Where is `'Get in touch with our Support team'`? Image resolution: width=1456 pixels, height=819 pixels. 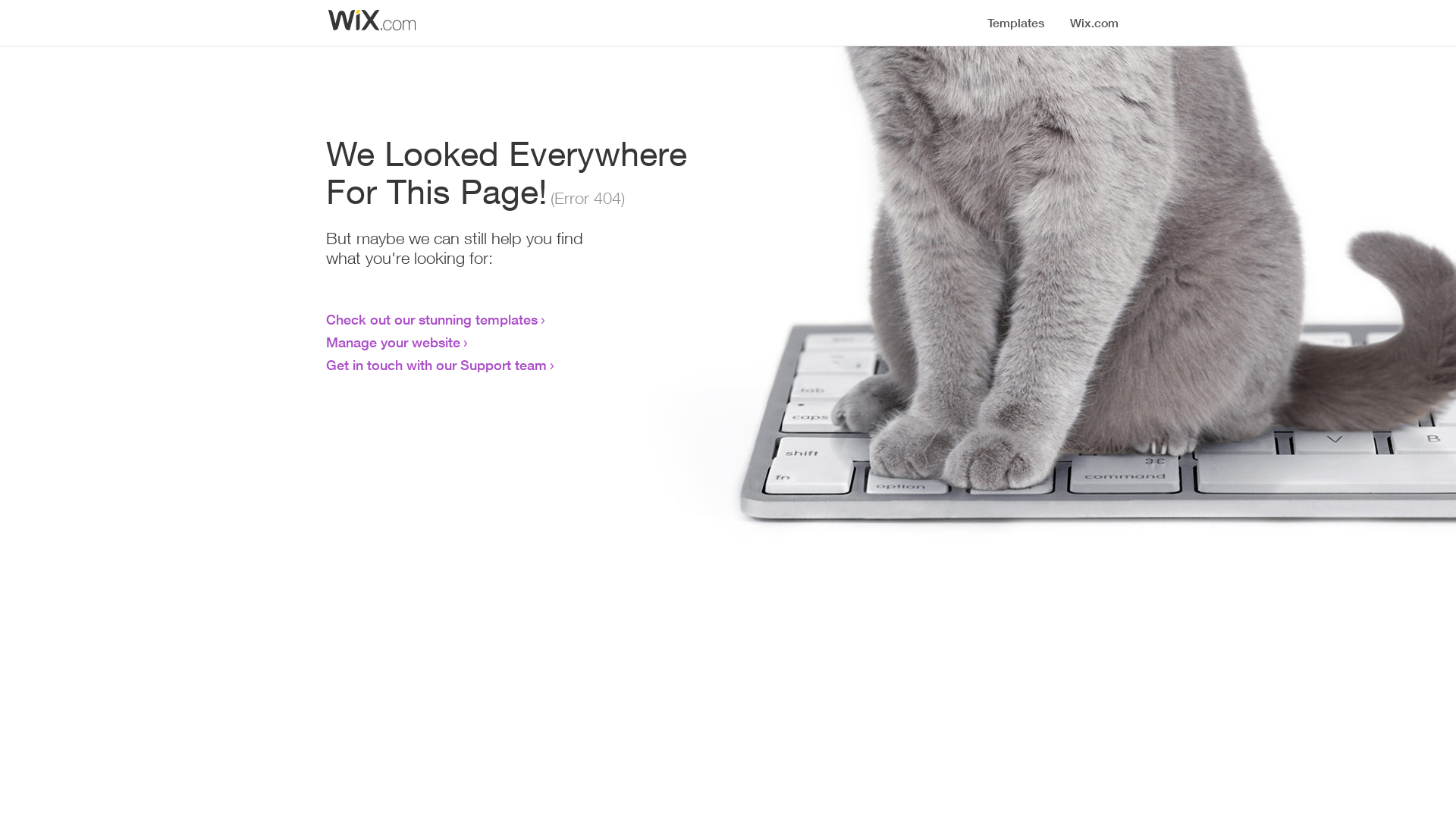
'Get in touch with our Support team' is located at coordinates (325, 365).